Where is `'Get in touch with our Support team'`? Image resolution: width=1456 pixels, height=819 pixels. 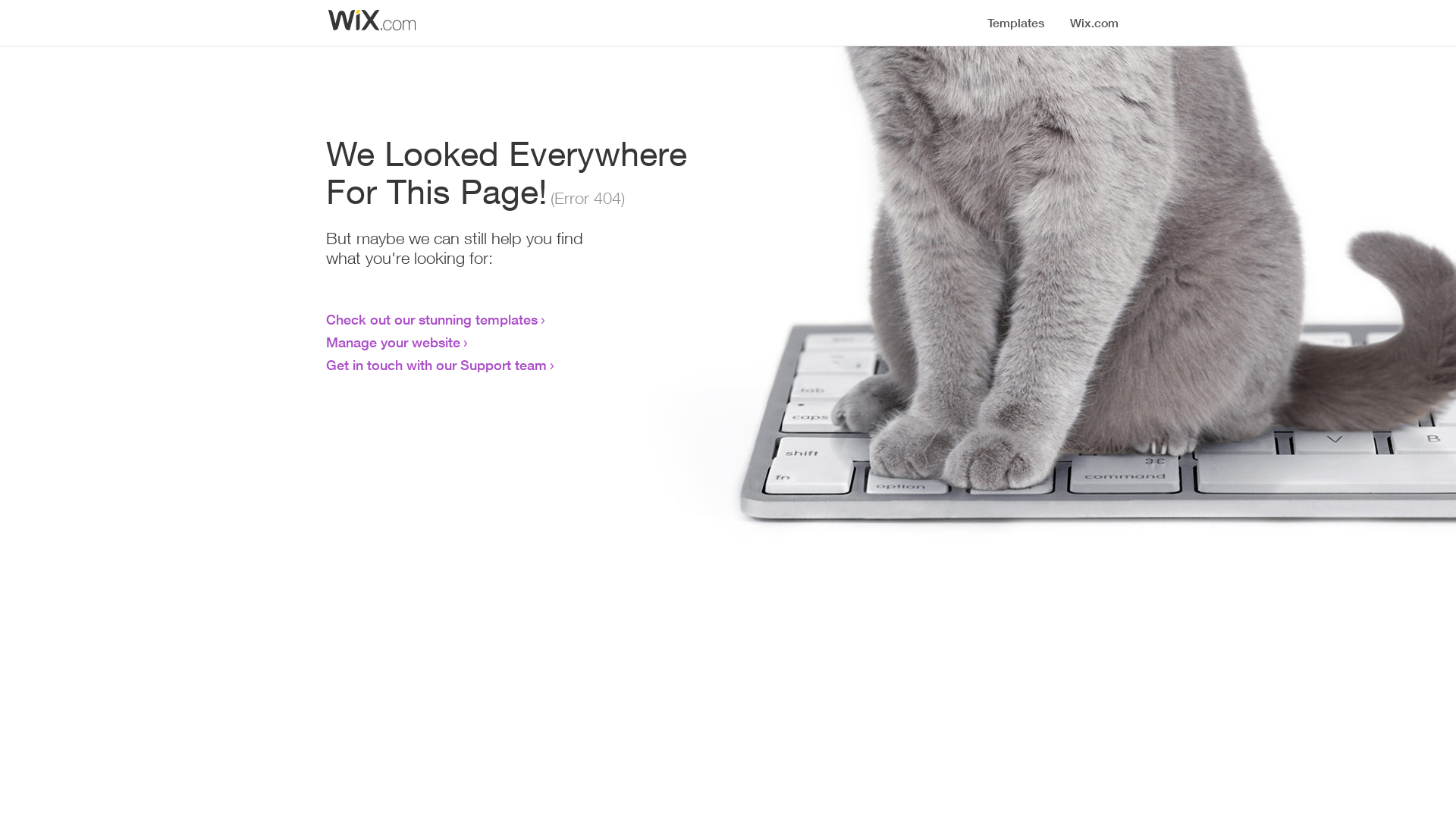
'Get in touch with our Support team' is located at coordinates (325, 365).